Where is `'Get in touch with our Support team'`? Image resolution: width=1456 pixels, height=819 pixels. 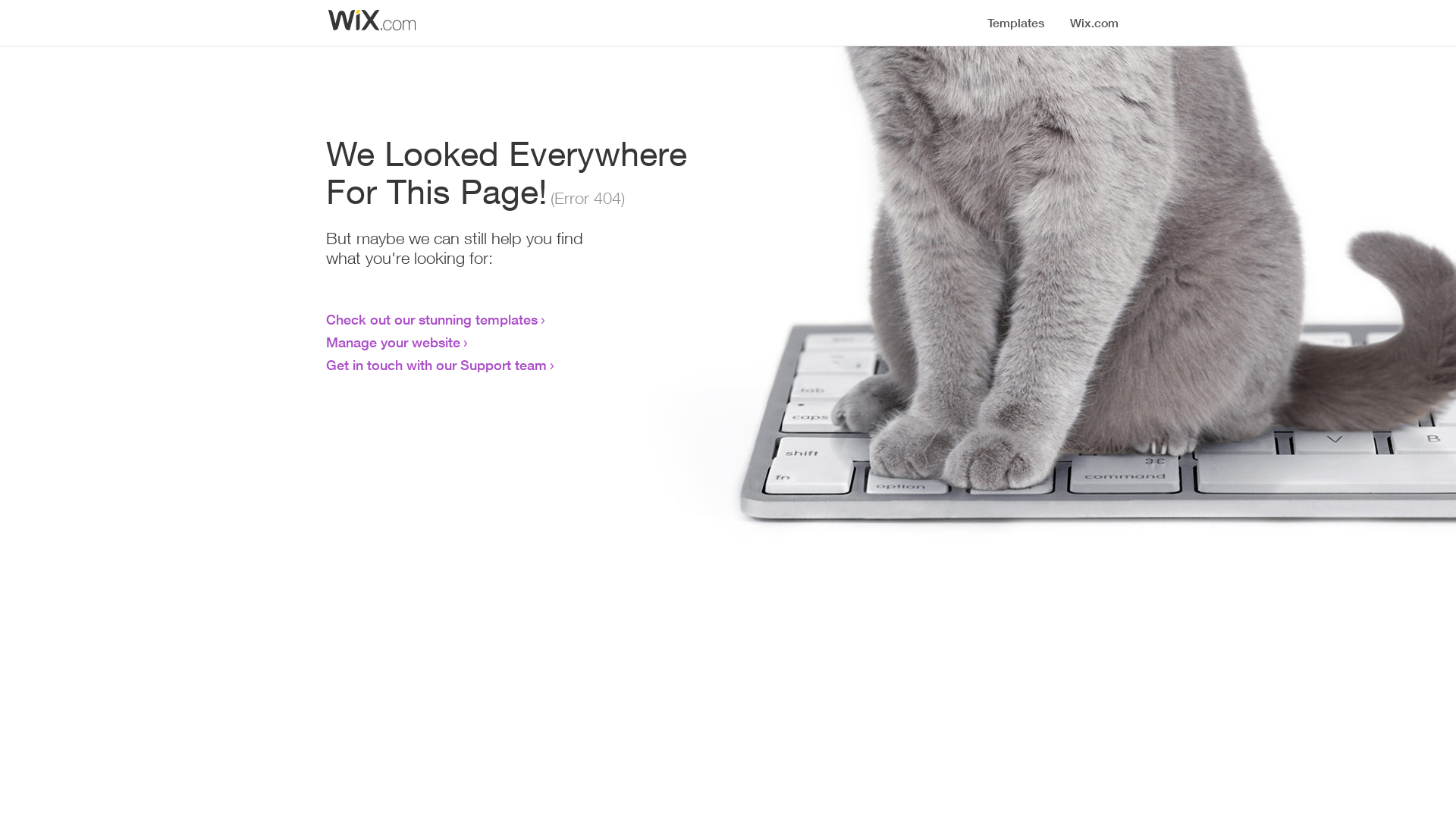
'Get in touch with our Support team' is located at coordinates (325, 365).